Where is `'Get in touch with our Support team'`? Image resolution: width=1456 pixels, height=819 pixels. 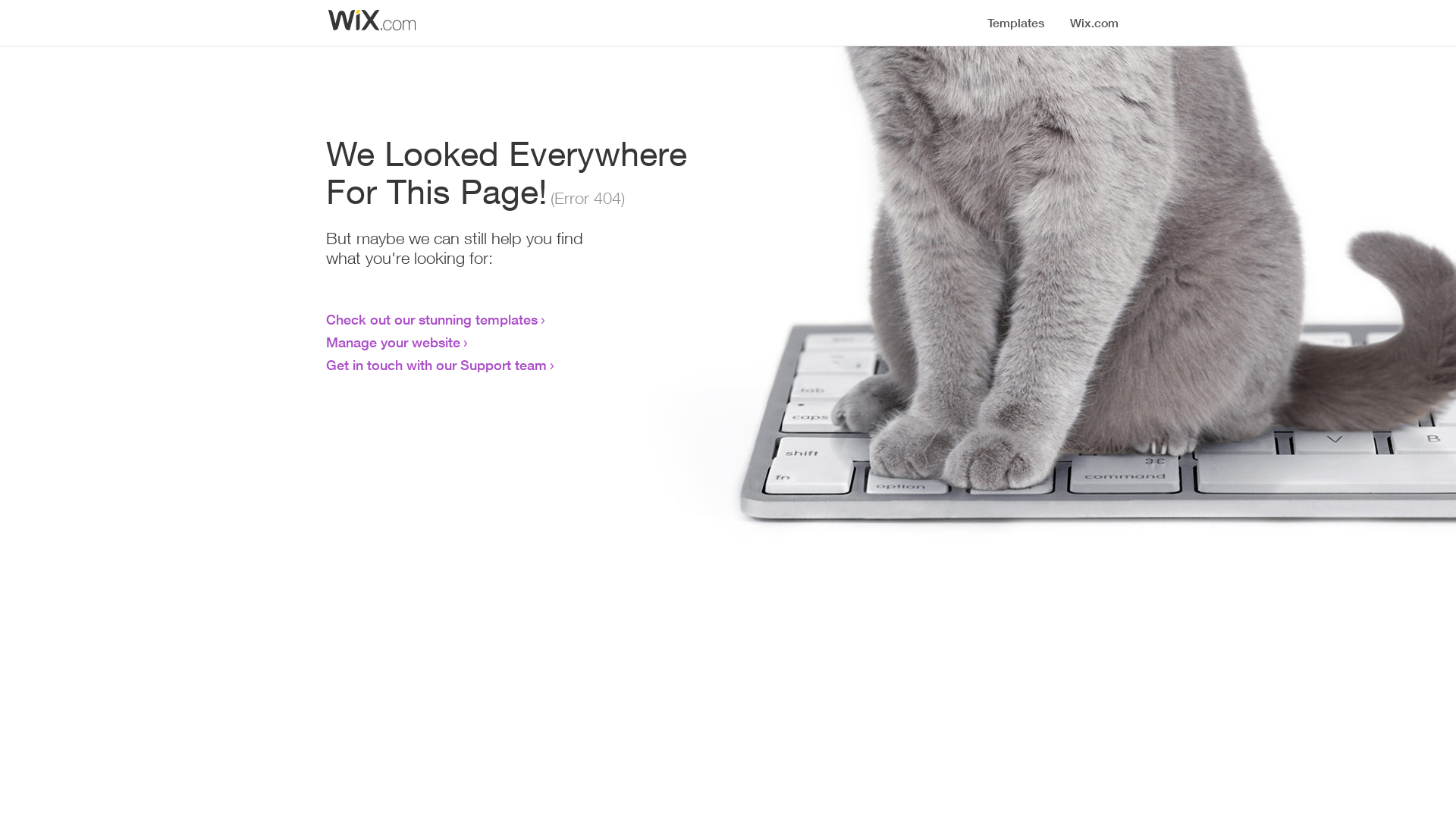
'Get in touch with our Support team' is located at coordinates (325, 365).